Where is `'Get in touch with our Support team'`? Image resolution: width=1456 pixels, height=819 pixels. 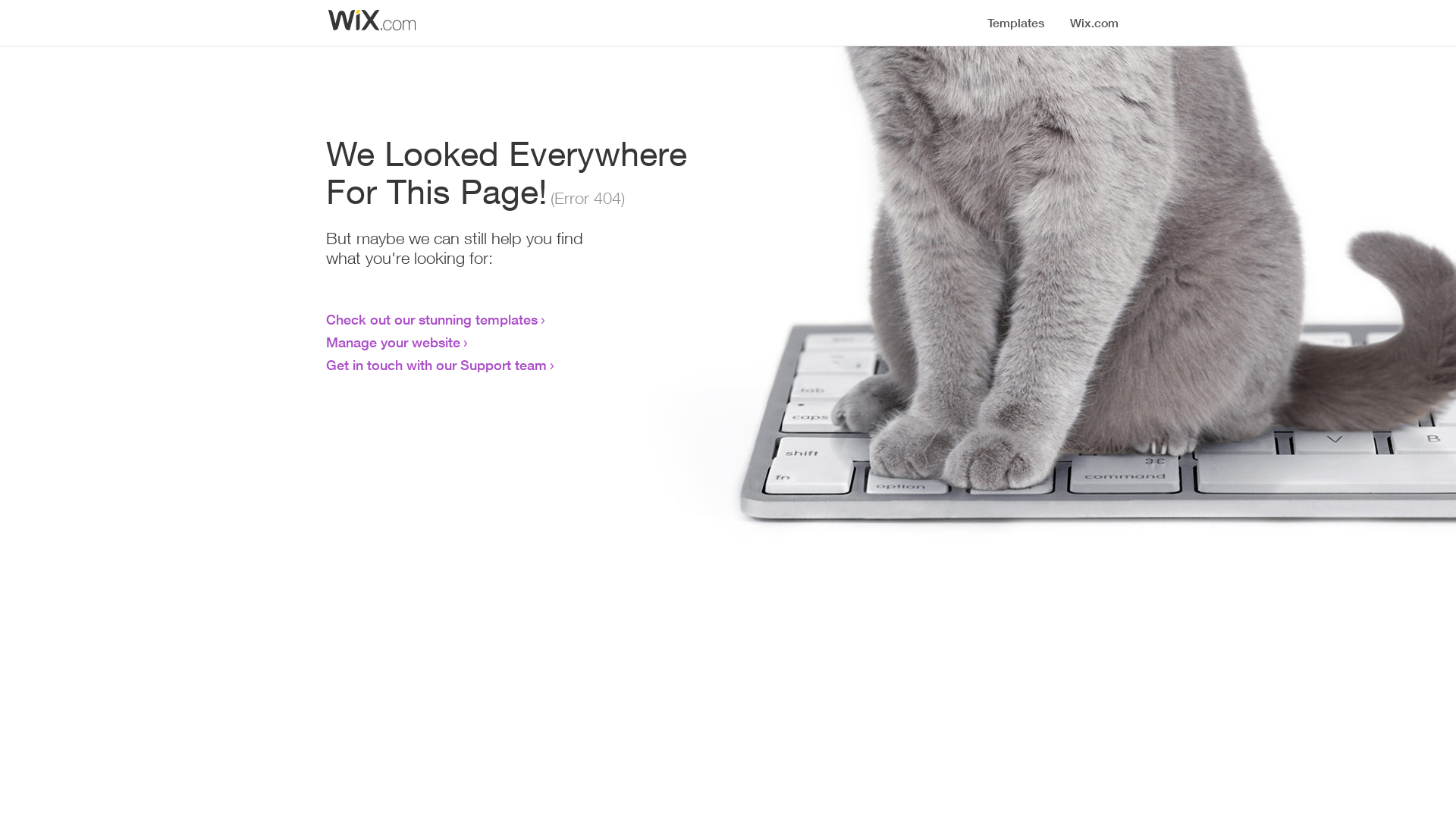
'Get in touch with our Support team' is located at coordinates (325, 365).